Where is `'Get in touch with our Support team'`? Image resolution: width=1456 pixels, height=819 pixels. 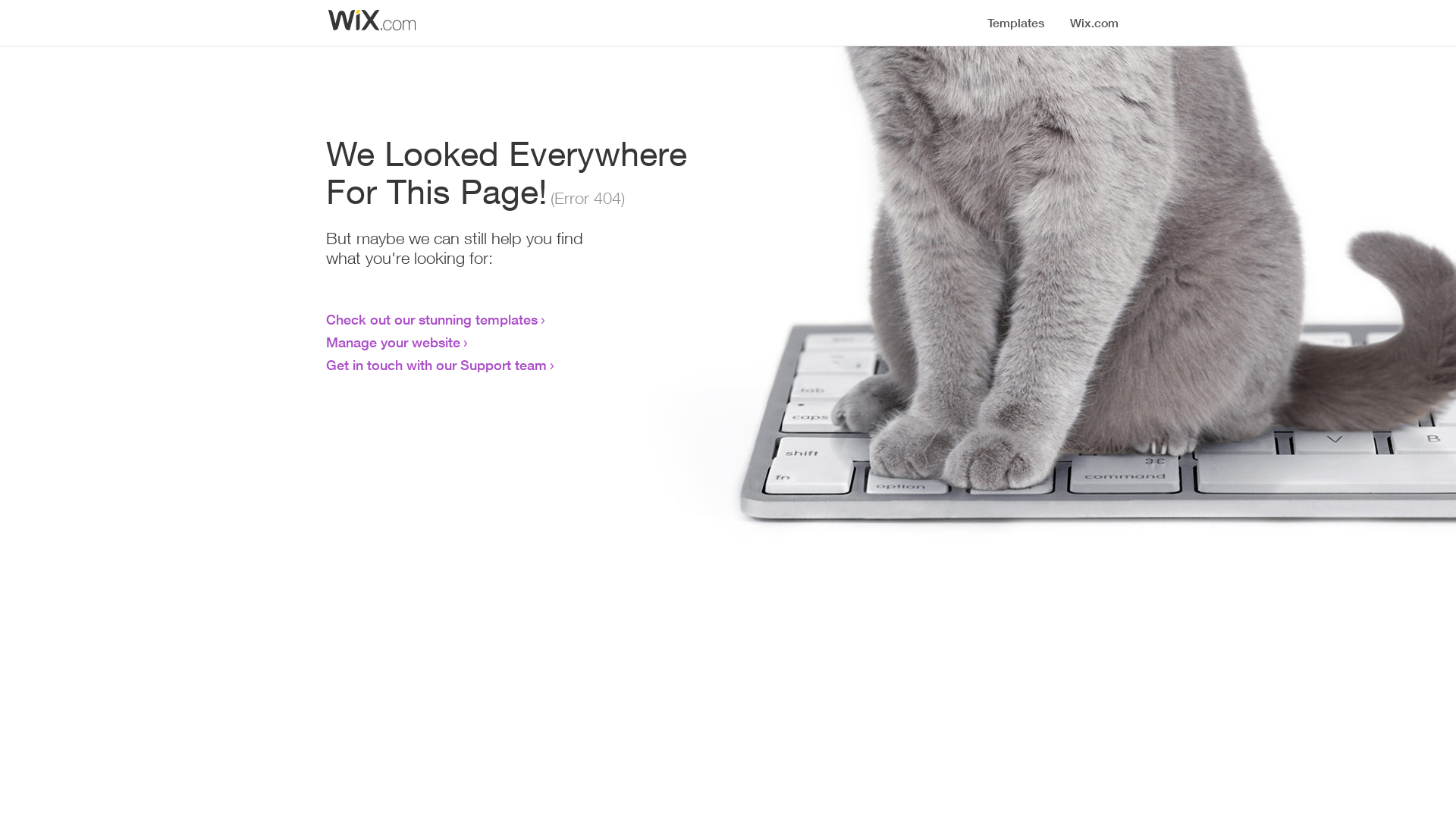
'Get in touch with our Support team' is located at coordinates (325, 365).